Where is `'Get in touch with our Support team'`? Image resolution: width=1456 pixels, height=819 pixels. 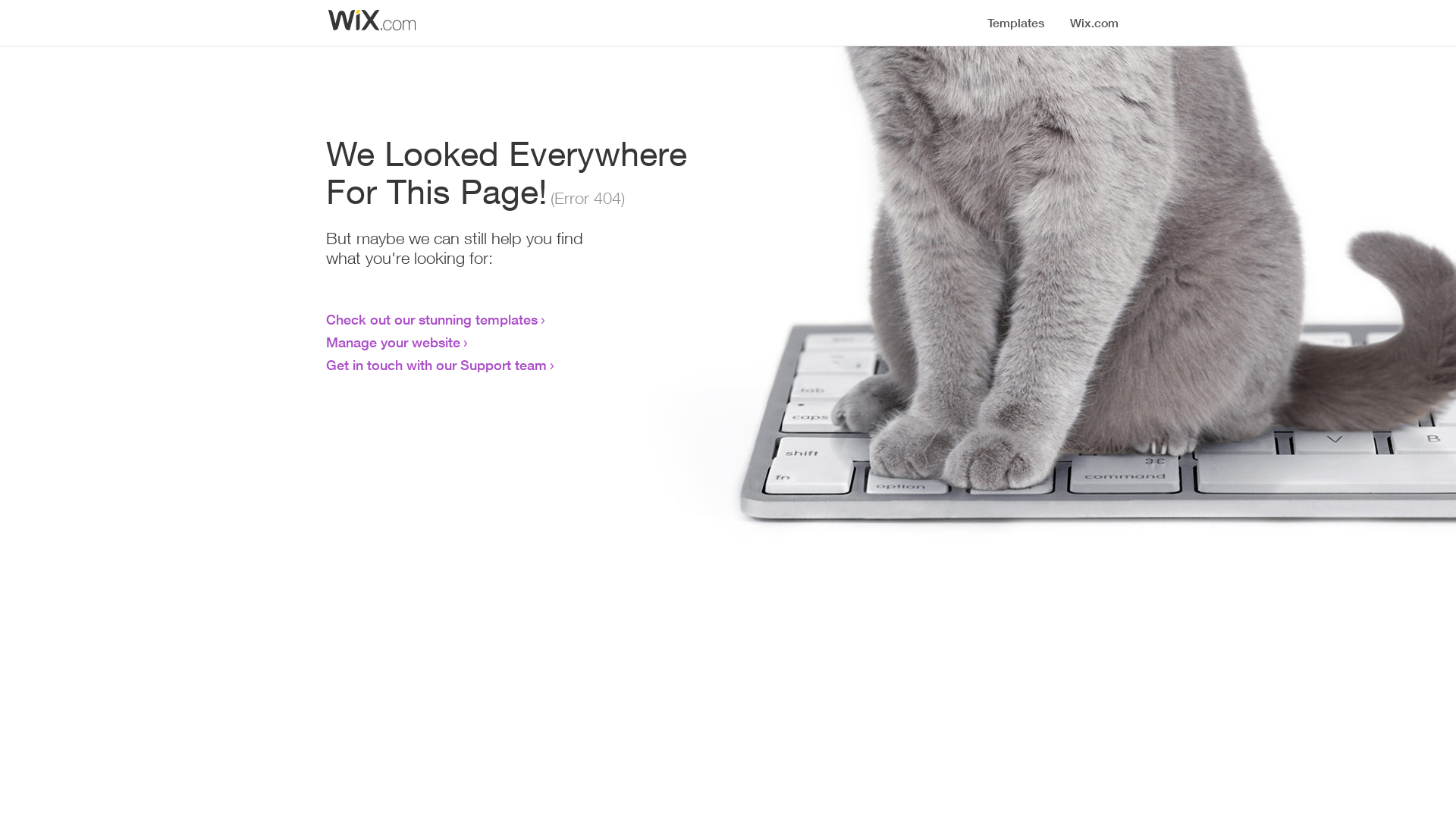
'Get in touch with our Support team' is located at coordinates (325, 365).